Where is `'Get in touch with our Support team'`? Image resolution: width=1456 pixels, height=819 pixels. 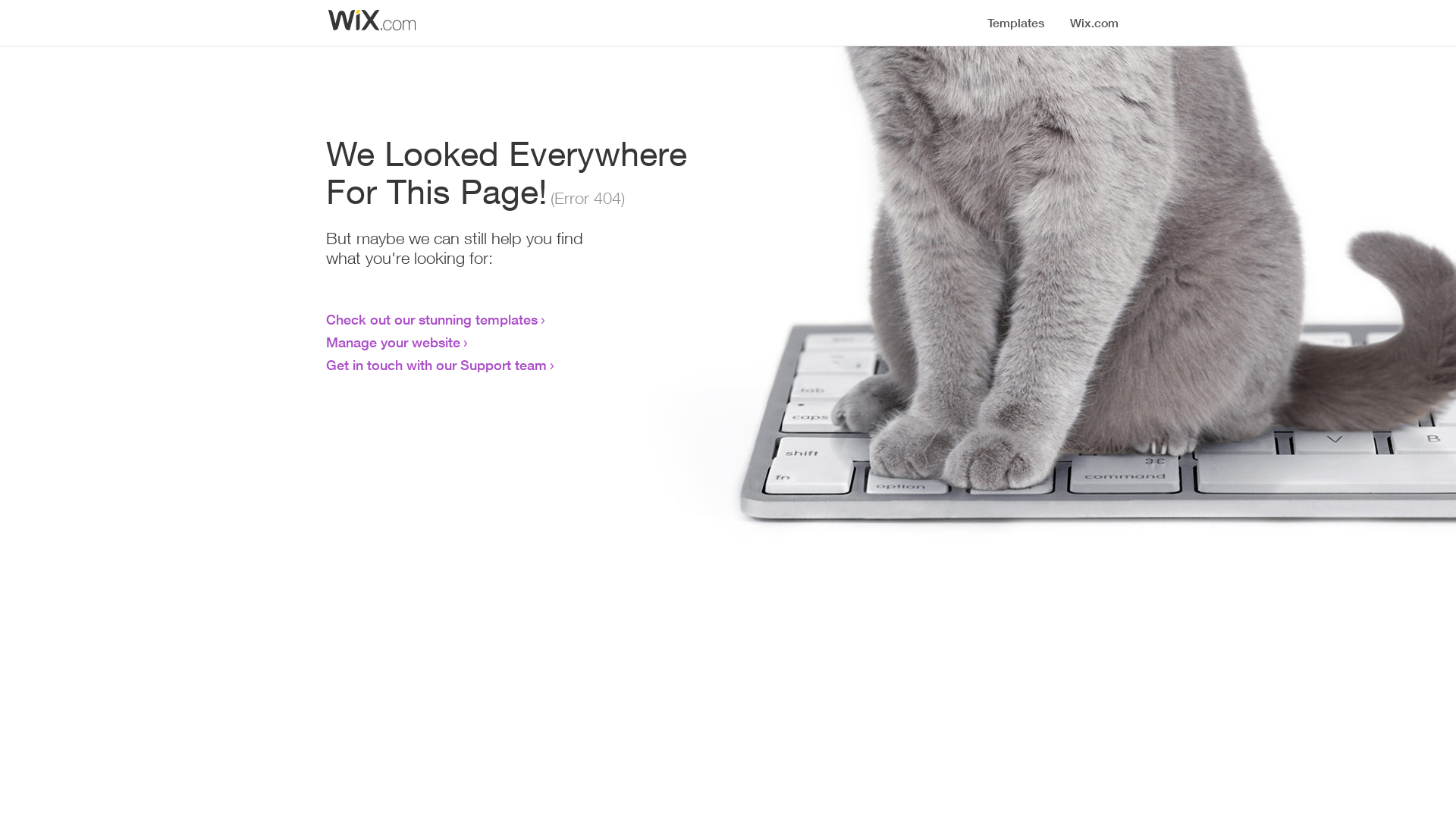
'Get in touch with our Support team' is located at coordinates (325, 365).